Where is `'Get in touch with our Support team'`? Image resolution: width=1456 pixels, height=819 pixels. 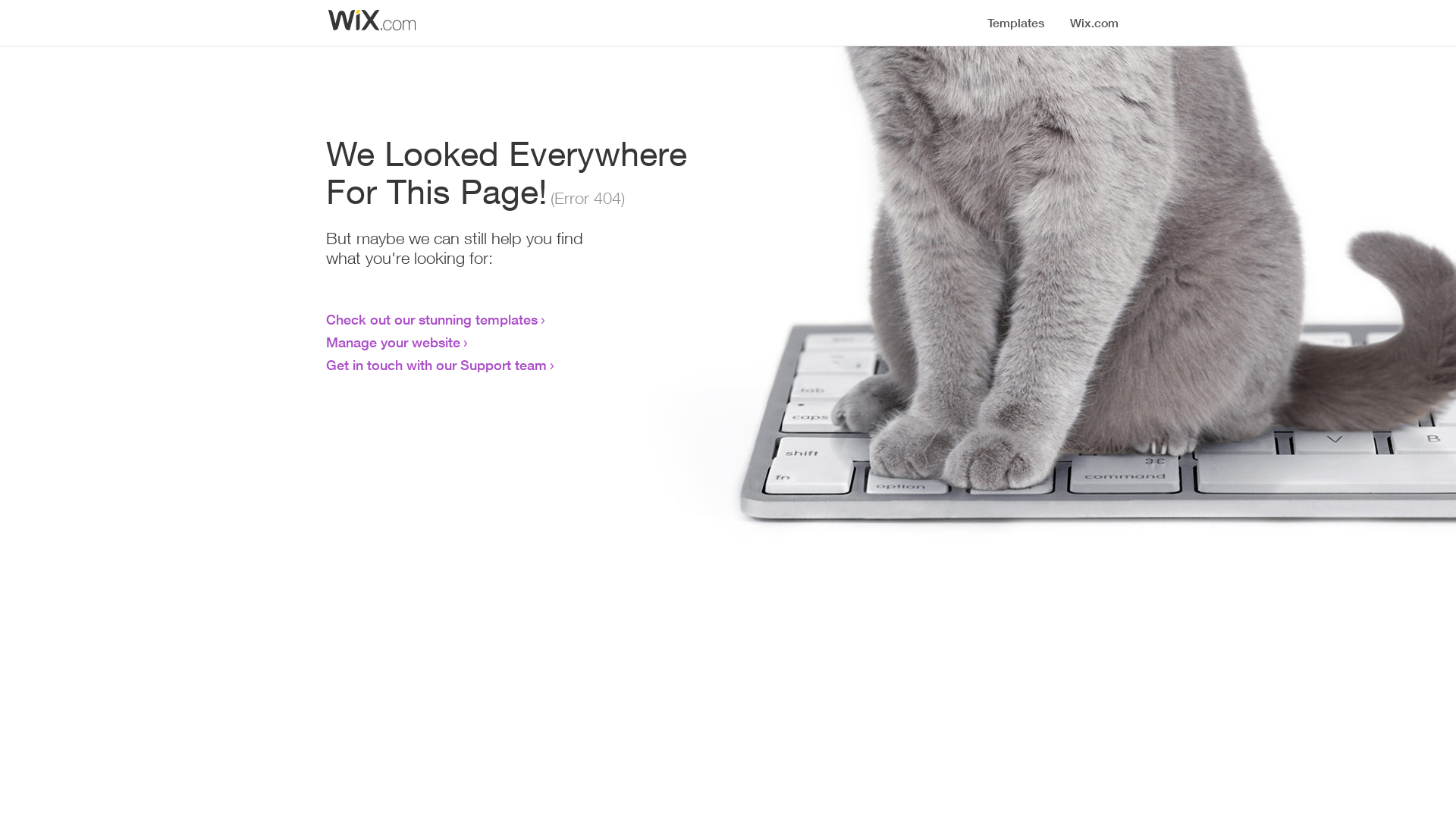
'Get in touch with our Support team' is located at coordinates (325, 365).